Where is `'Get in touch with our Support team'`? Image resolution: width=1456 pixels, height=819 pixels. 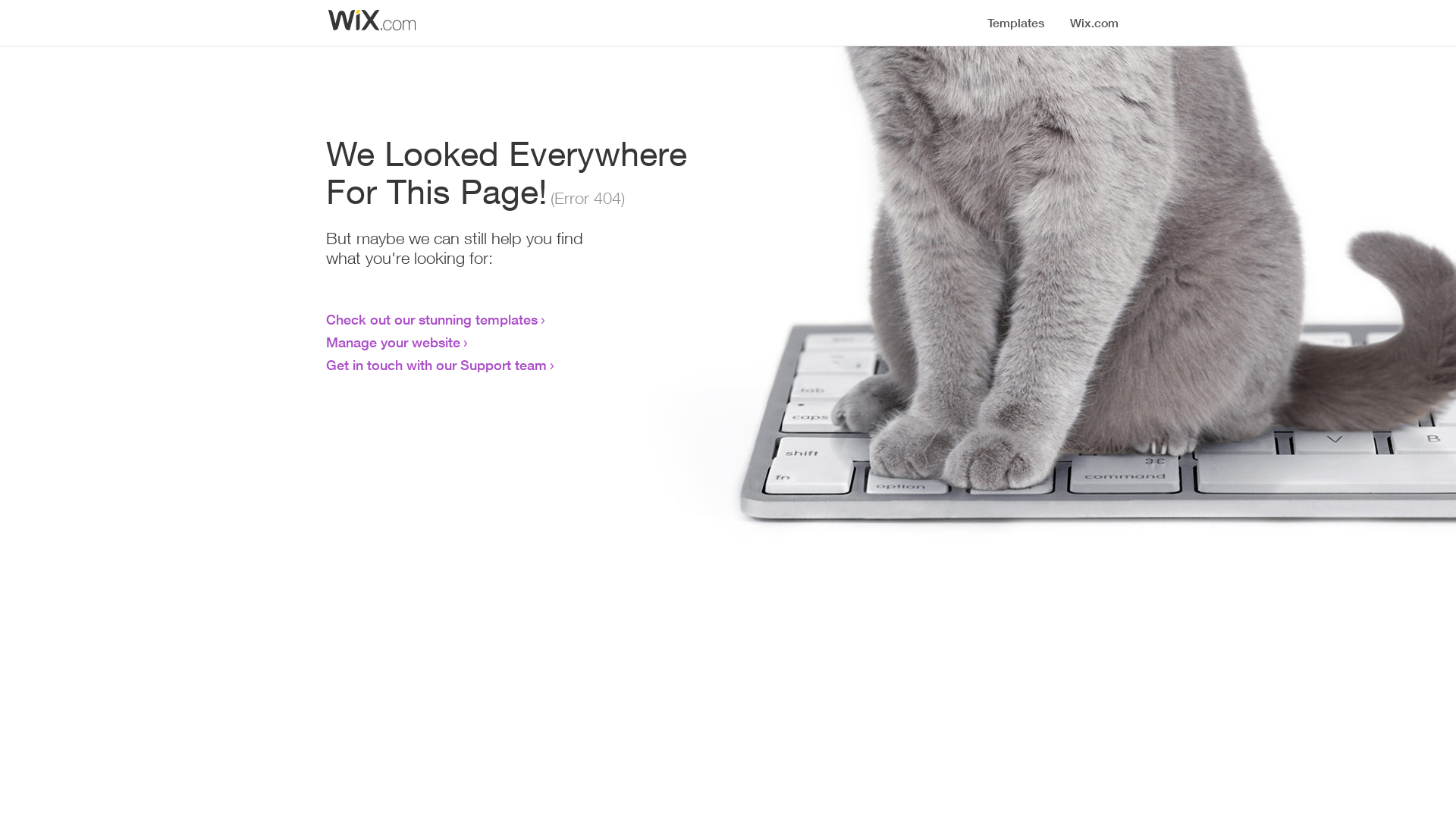
'Get in touch with our Support team' is located at coordinates (325, 365).